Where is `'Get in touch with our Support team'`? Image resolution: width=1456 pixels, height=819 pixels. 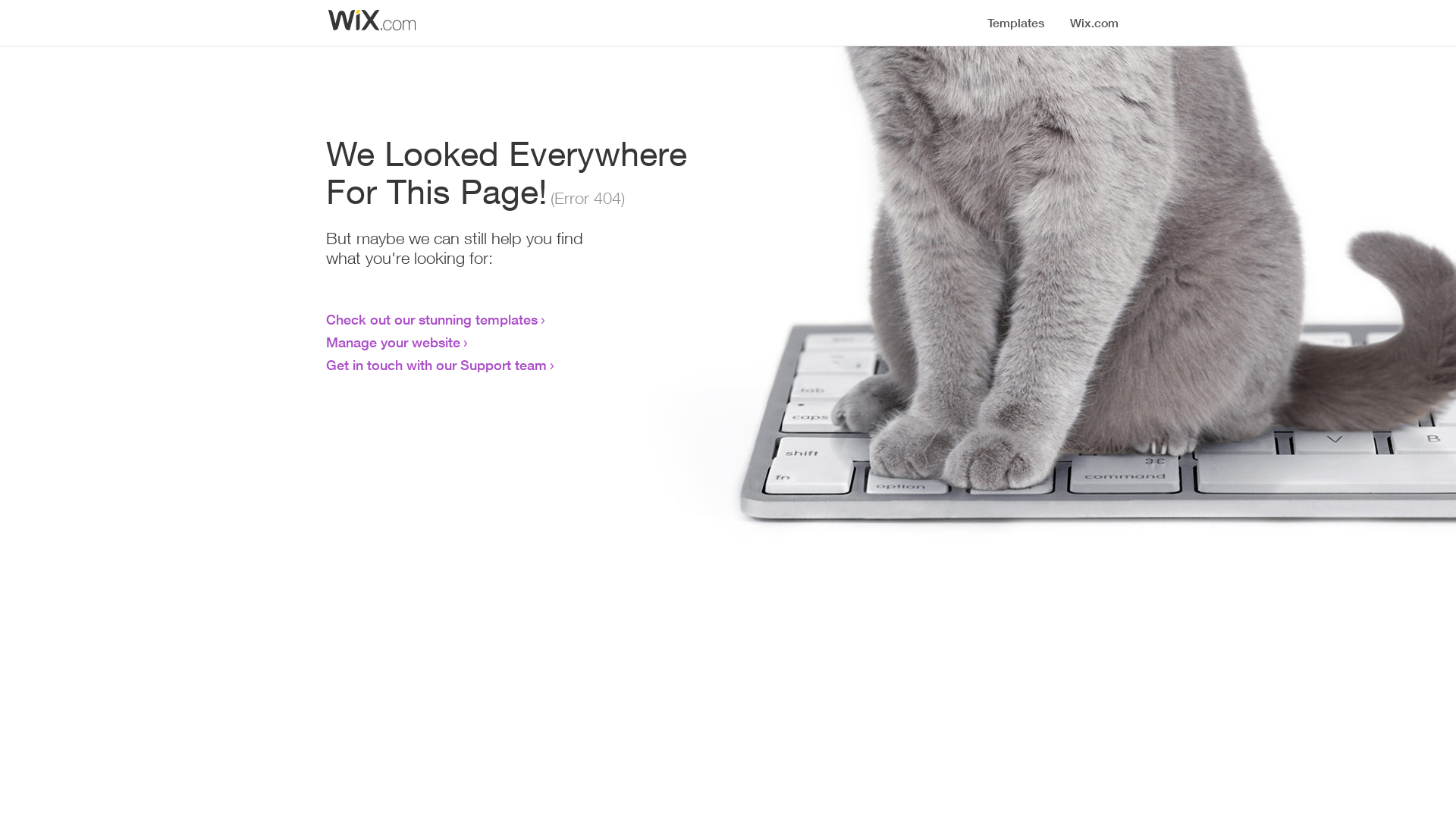
'Get in touch with our Support team' is located at coordinates (325, 365).